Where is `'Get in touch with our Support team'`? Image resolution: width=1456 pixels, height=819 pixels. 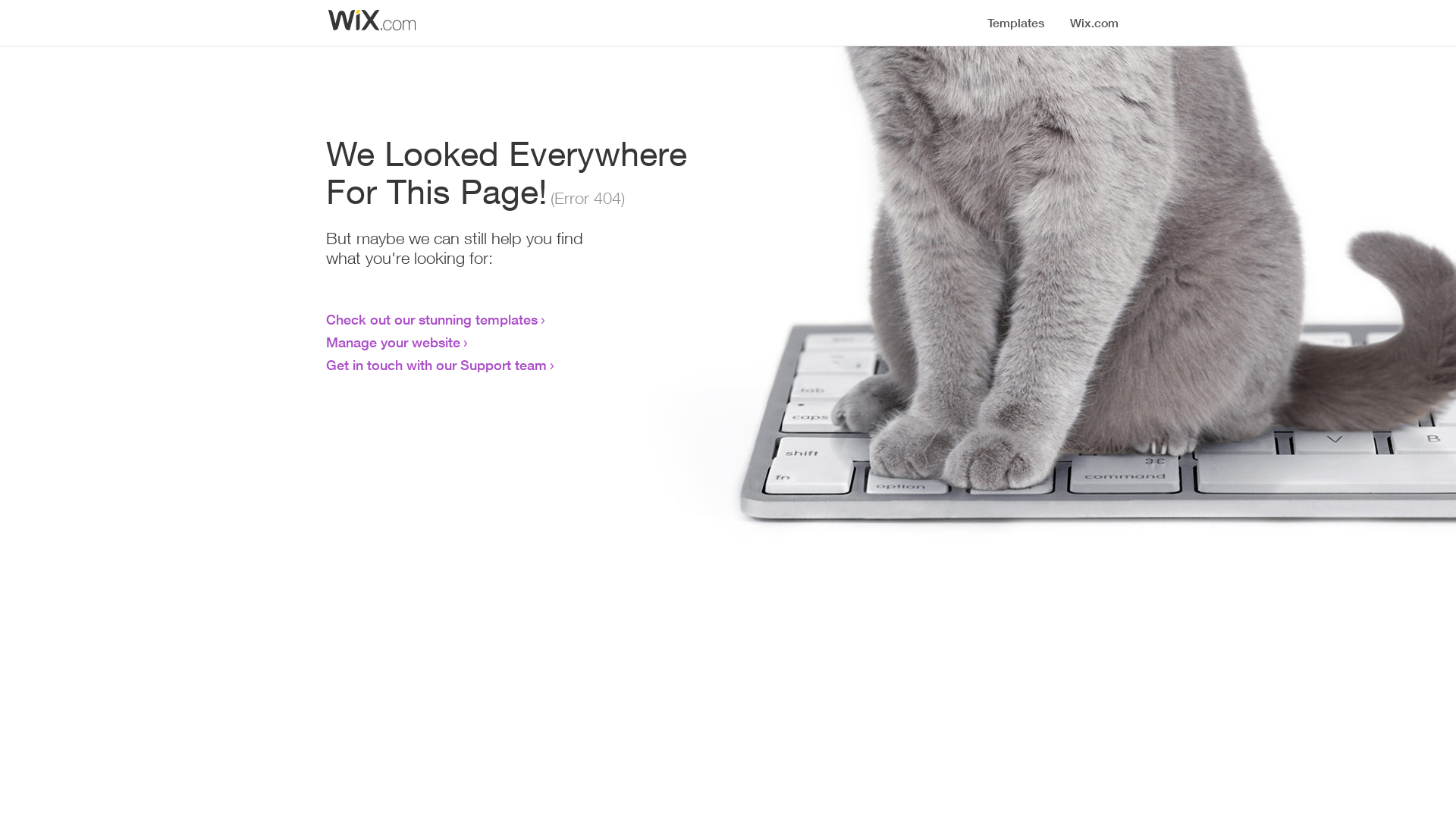
'Get in touch with our Support team' is located at coordinates (325, 365).